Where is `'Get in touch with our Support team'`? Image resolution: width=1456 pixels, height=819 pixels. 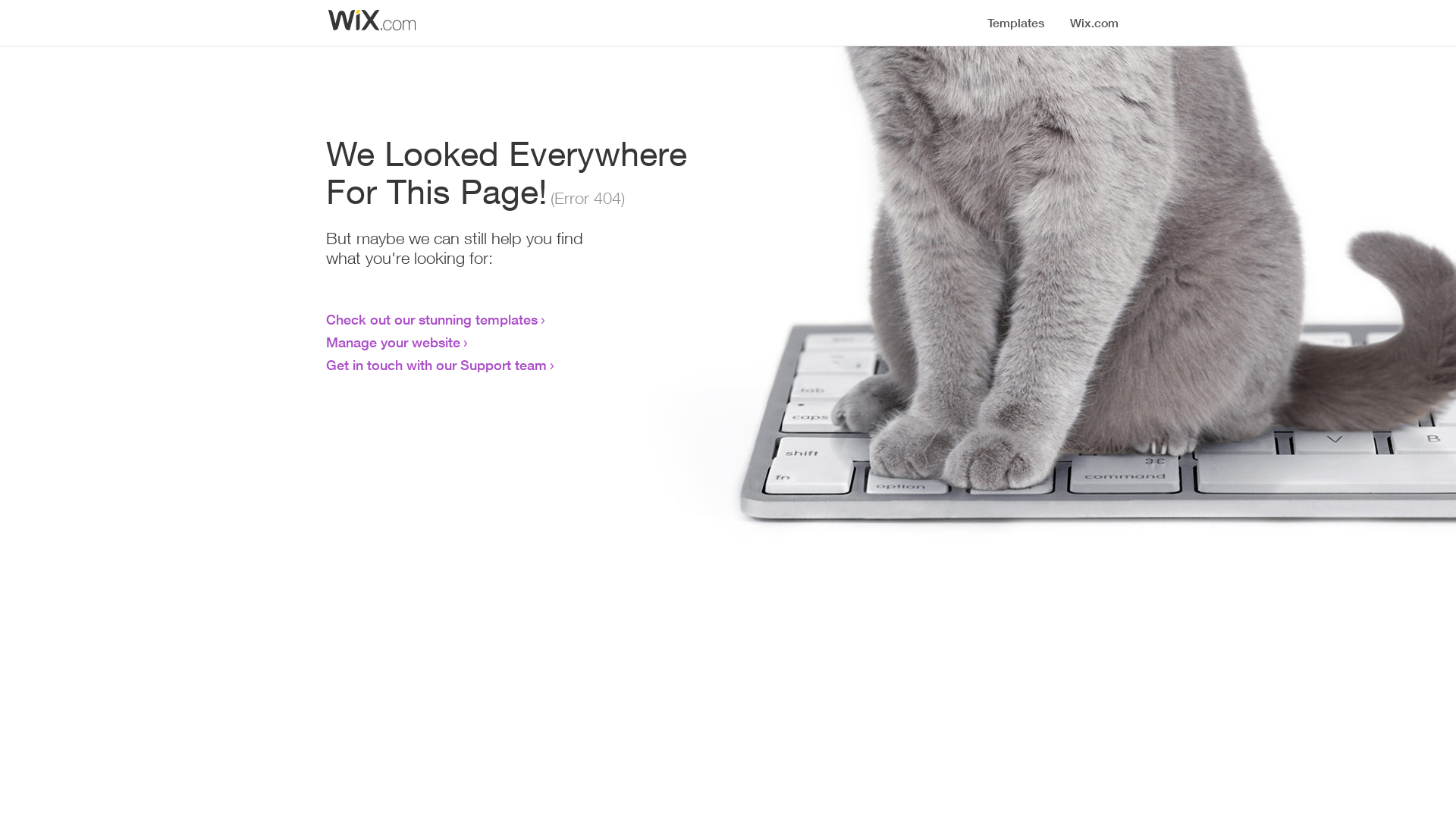
'Get in touch with our Support team' is located at coordinates (325, 365).